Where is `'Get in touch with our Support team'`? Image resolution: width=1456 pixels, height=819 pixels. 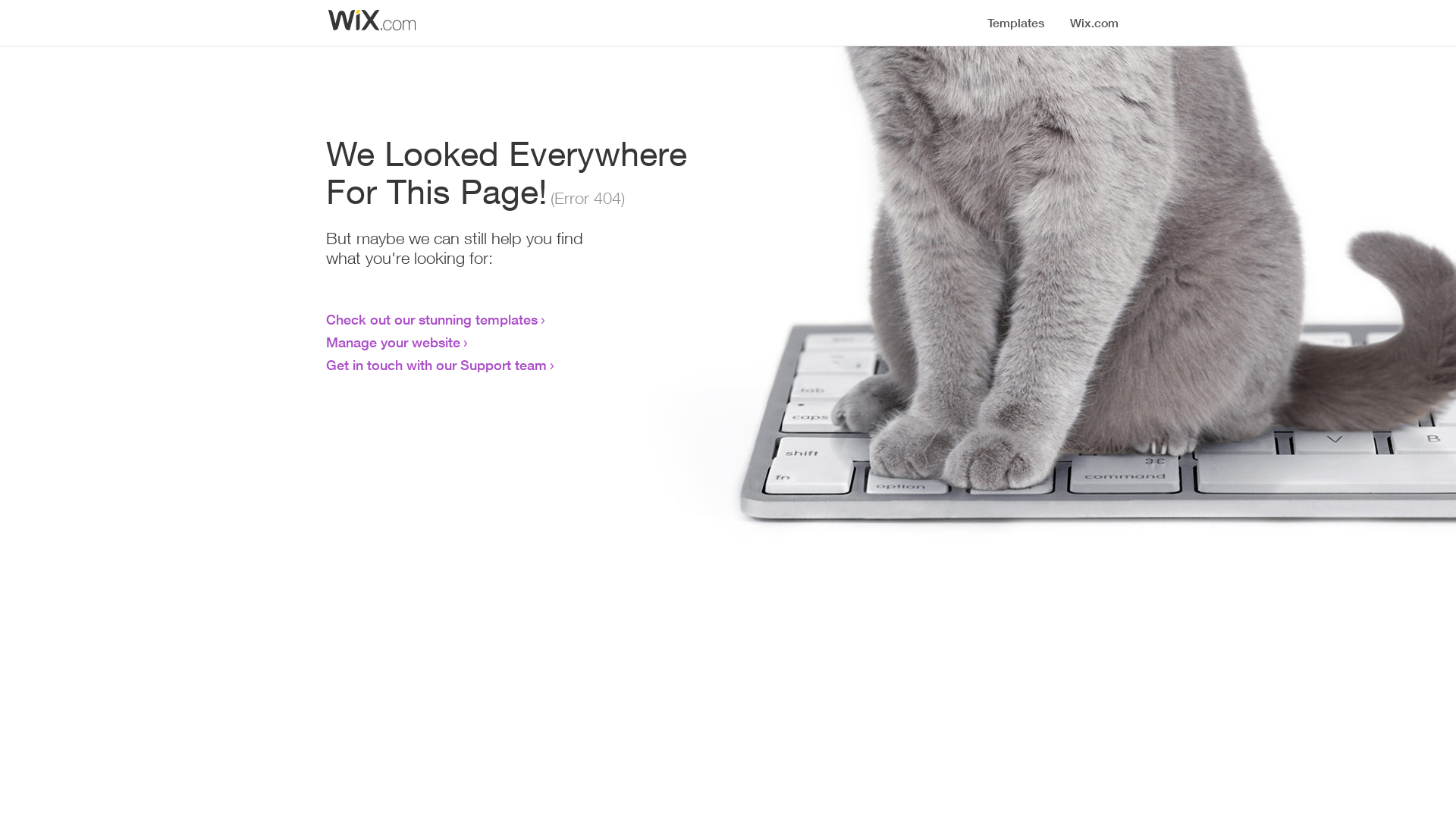
'Get in touch with our Support team' is located at coordinates (325, 365).